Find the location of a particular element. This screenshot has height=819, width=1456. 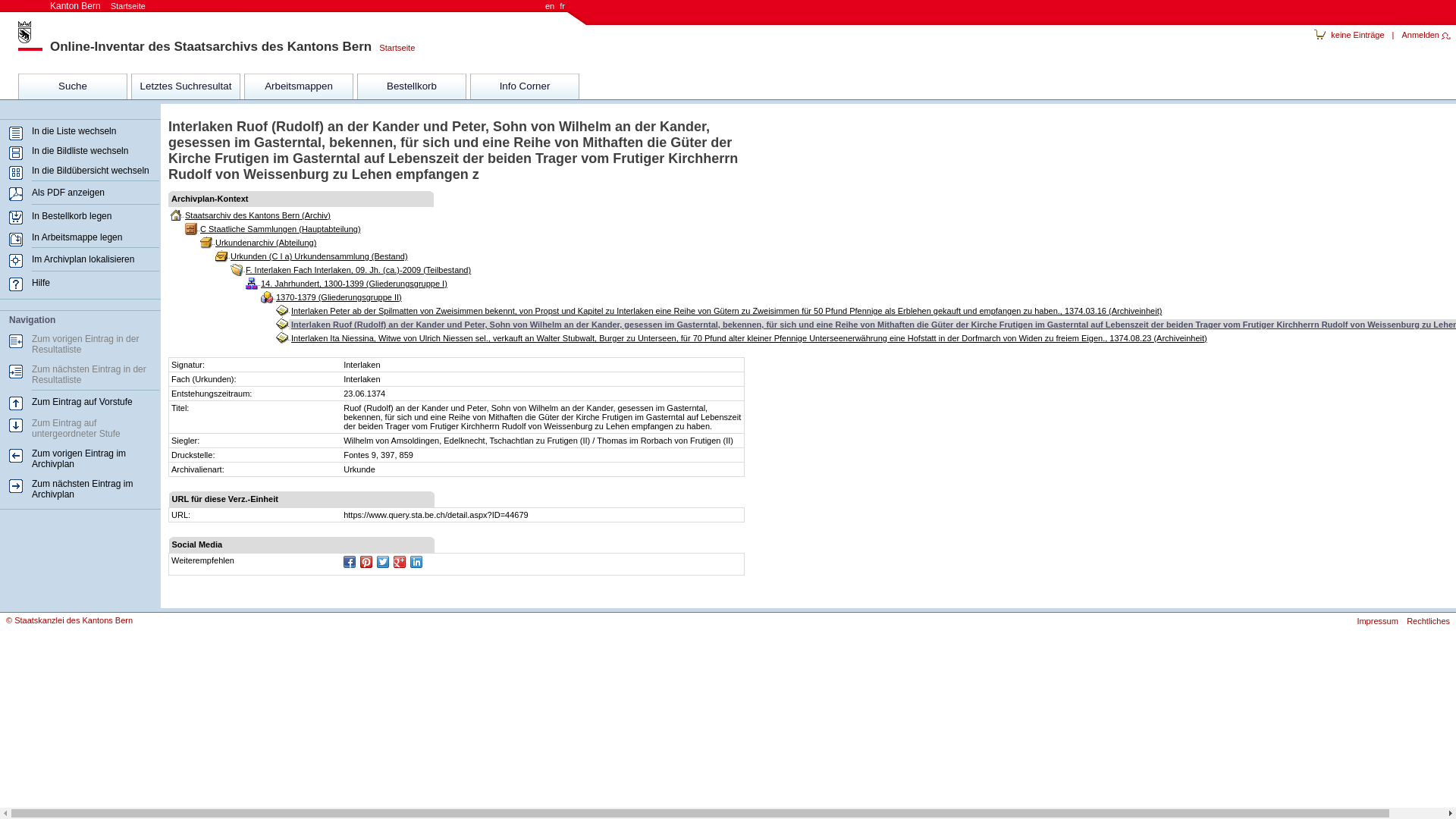

'C Staatliche Sammlungen (Hauptabteilung)' is located at coordinates (196, 228).